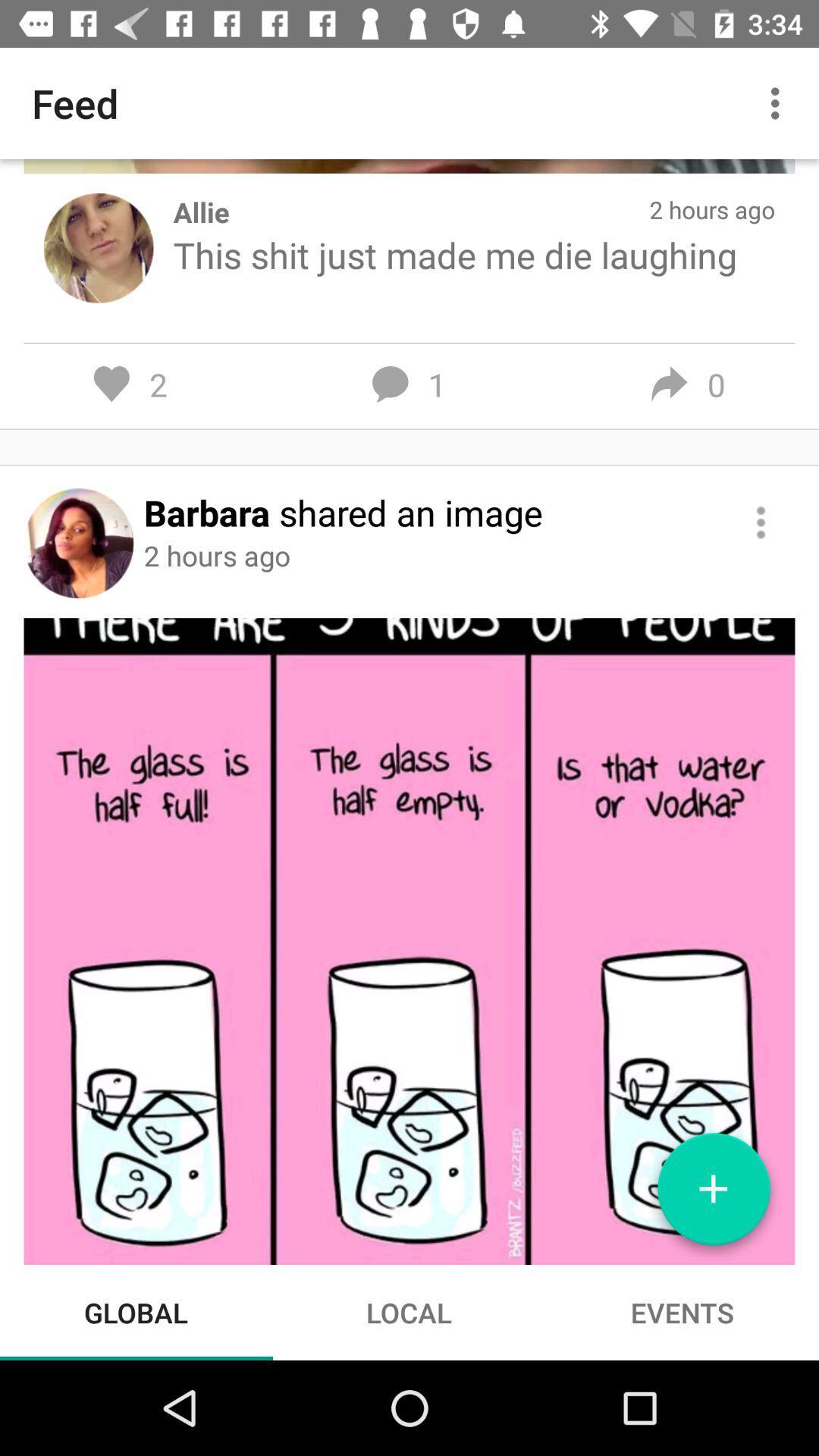  Describe the element at coordinates (78, 543) in the screenshot. I see `profile picture` at that location.